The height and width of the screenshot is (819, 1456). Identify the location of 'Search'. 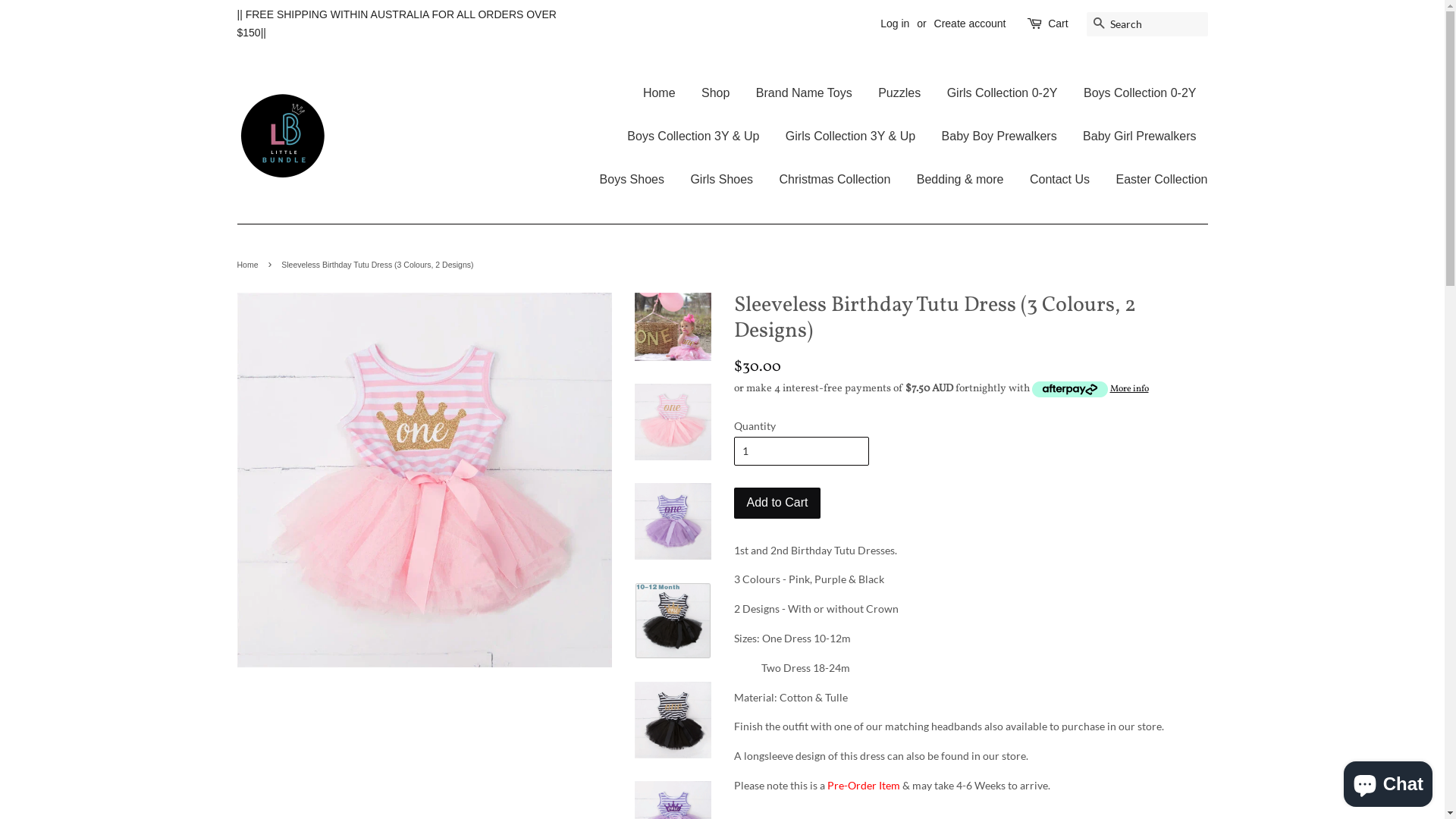
(1098, 24).